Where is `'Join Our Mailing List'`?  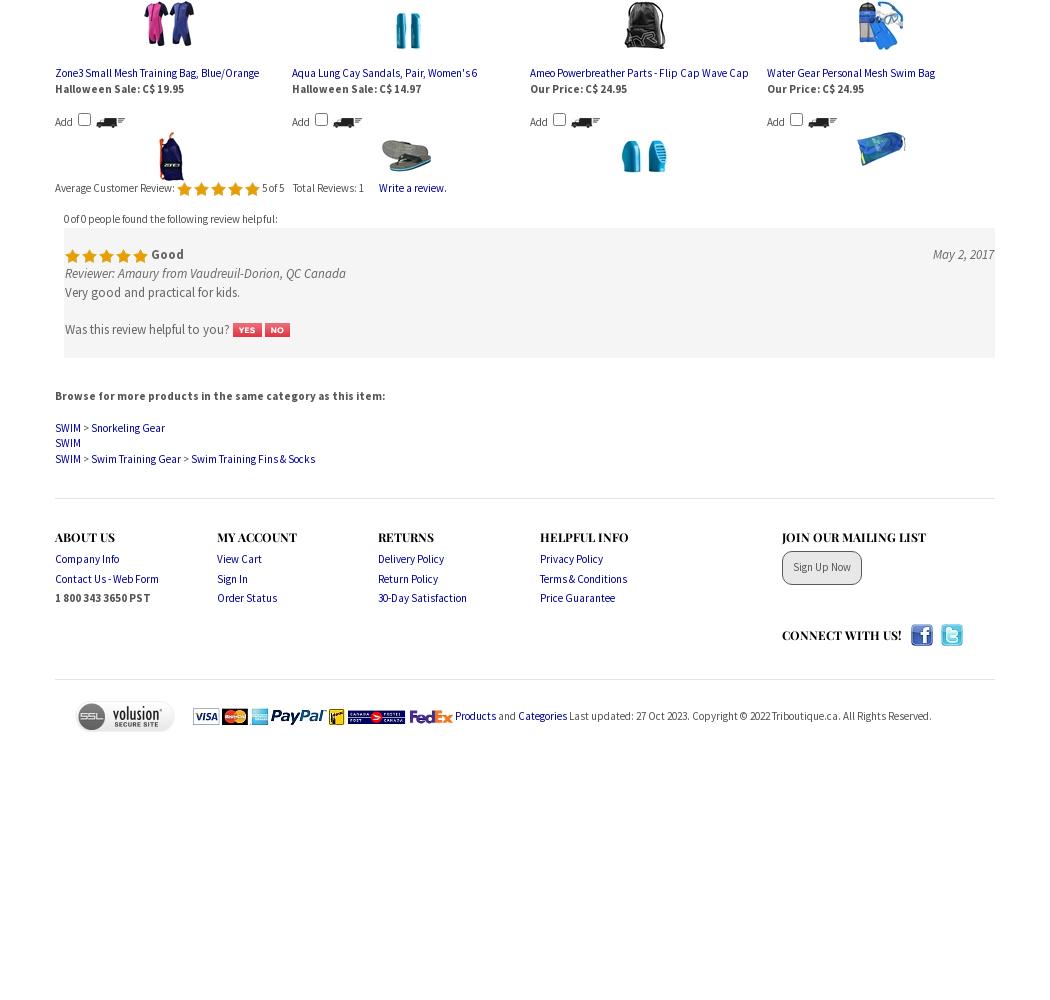
'Join Our Mailing List' is located at coordinates (853, 536).